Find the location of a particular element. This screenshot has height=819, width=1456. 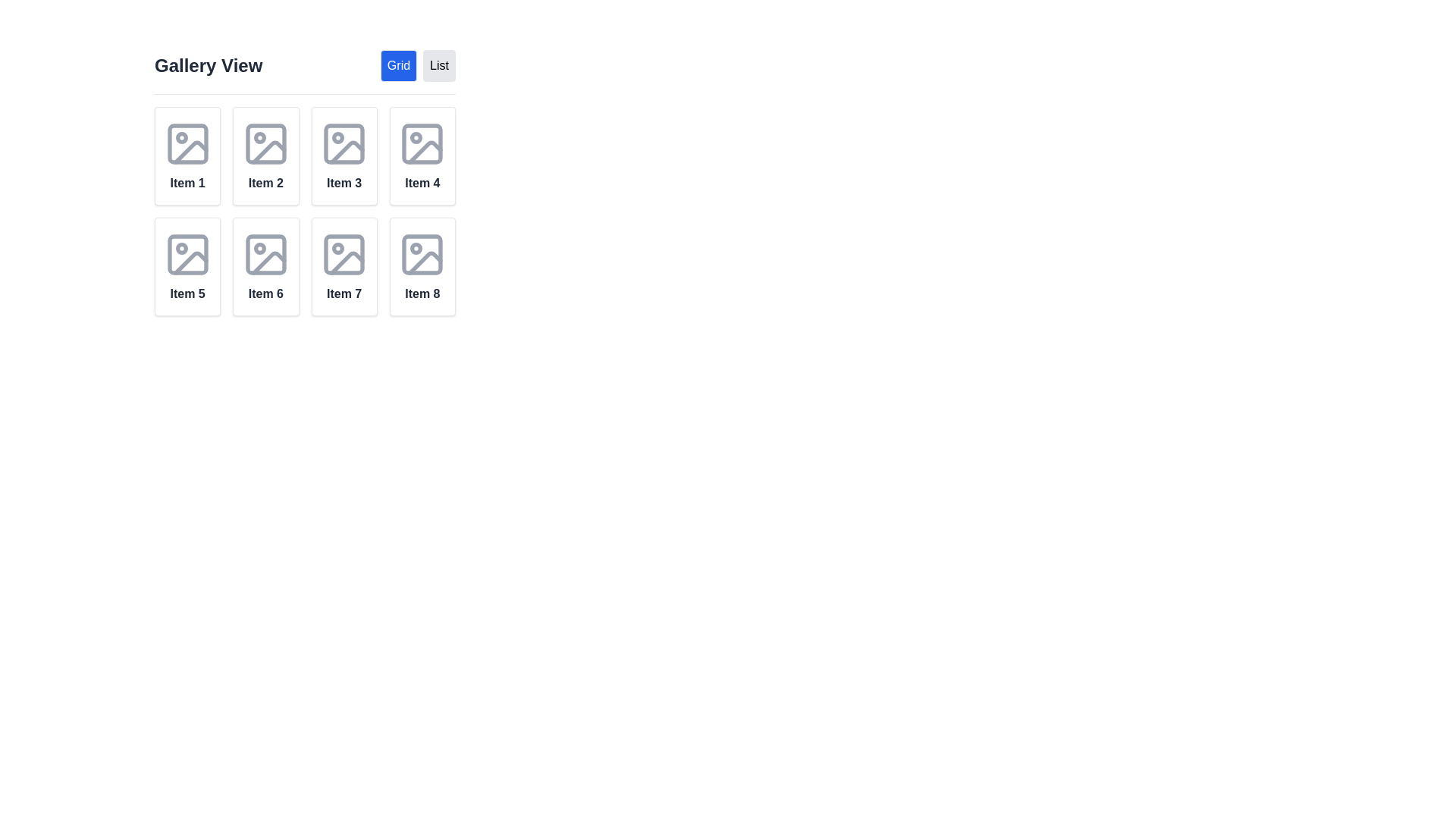

the SVG icon styled with a gray color scheme, which represents a placeholder for graphical content, located at the top of the 'Item 4' card in a 2x4 grid layout is located at coordinates (422, 143).